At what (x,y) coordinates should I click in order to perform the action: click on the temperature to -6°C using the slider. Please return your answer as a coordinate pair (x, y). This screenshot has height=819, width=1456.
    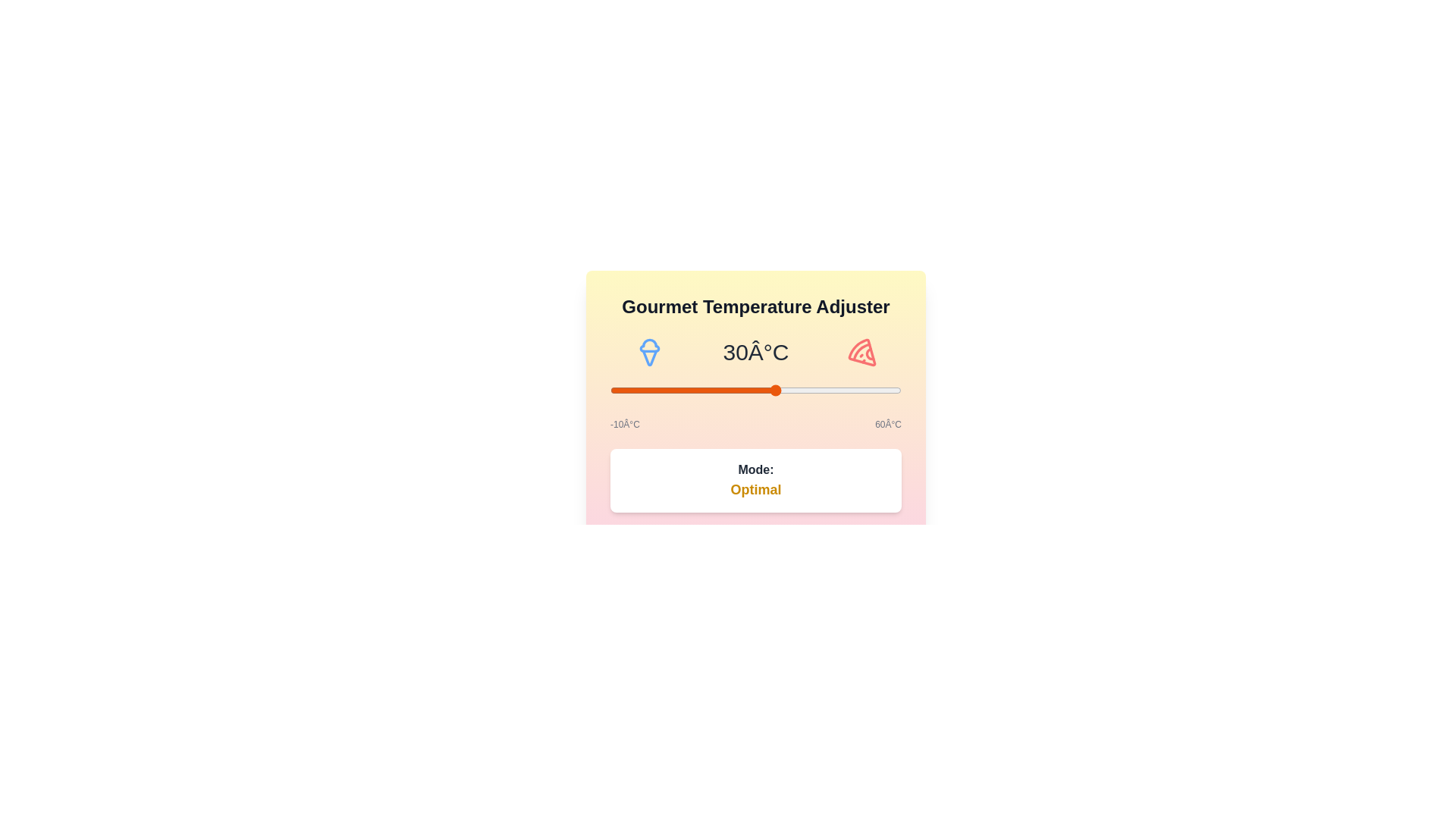
    Looking at the image, I should click on (626, 390).